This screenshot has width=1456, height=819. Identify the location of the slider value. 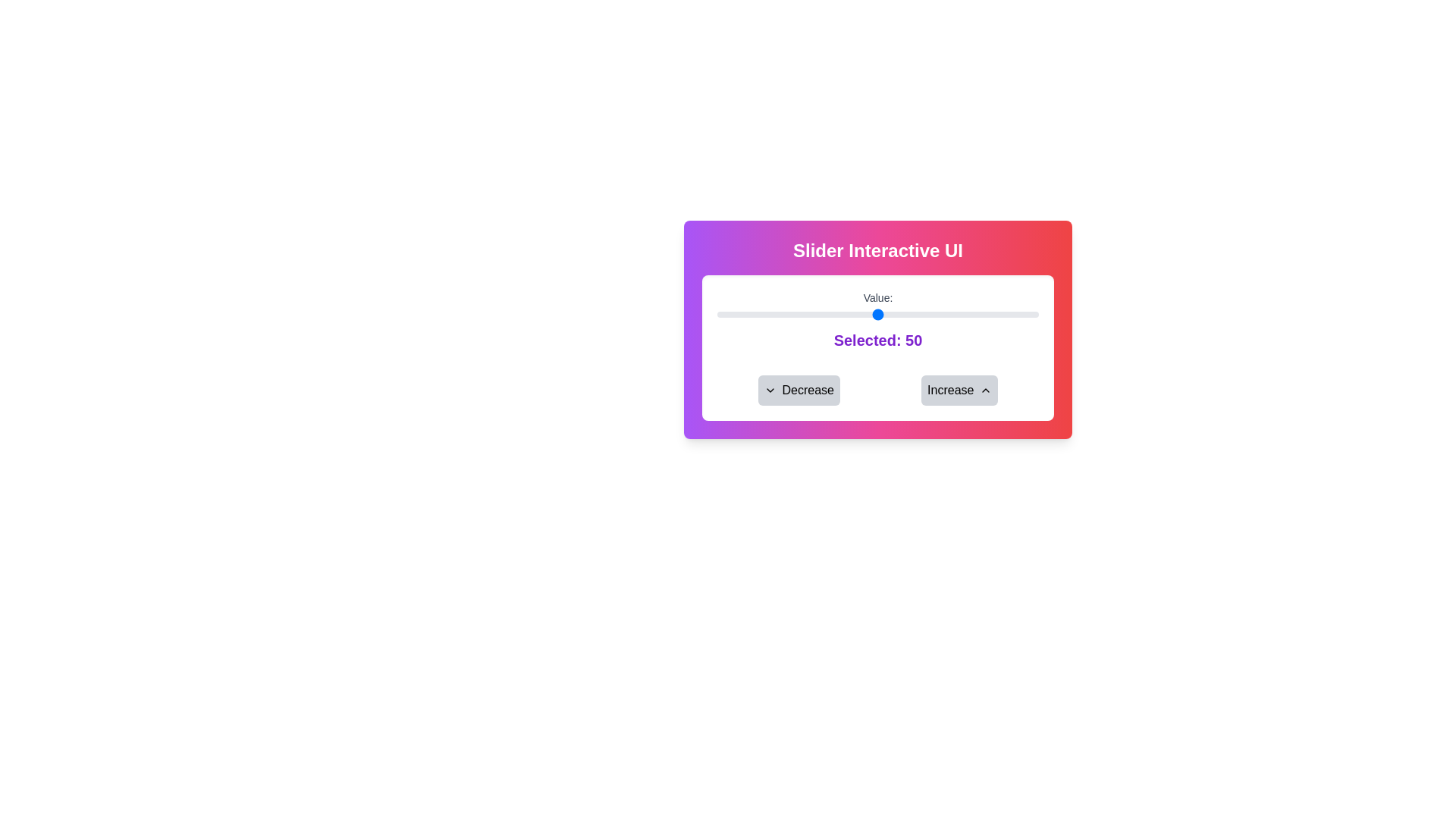
(768, 314).